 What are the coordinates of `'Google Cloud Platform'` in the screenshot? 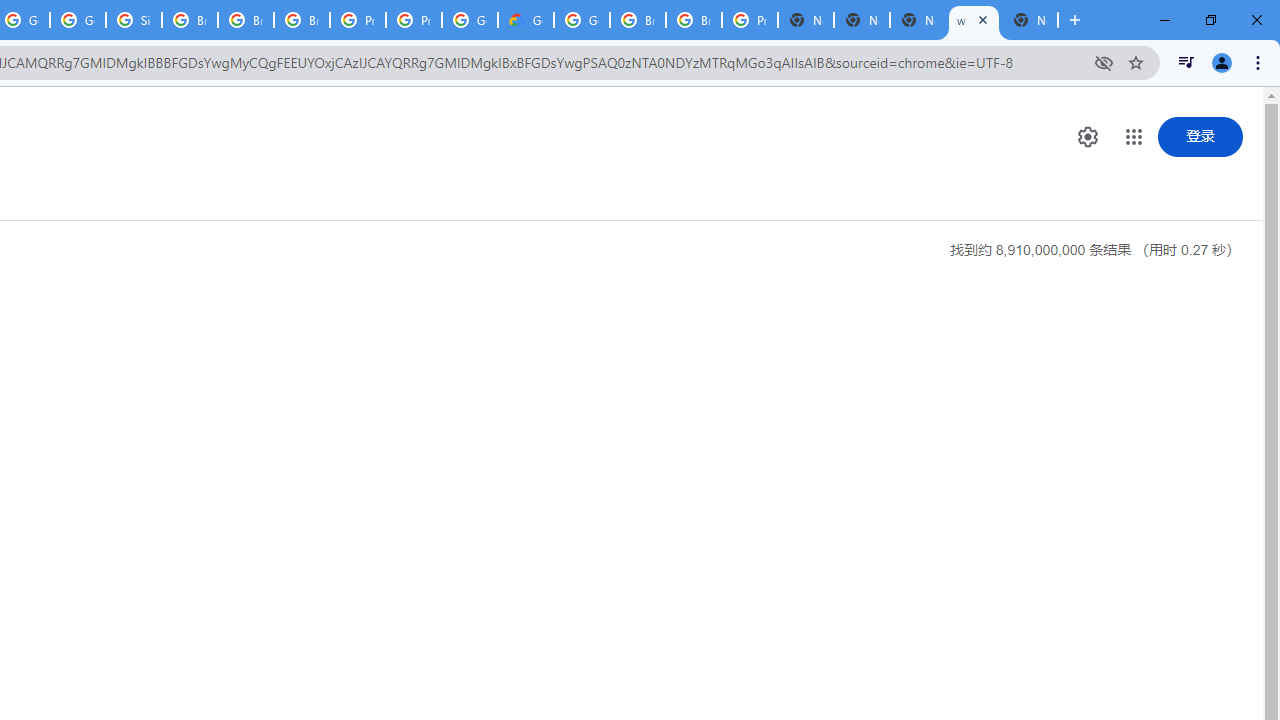 It's located at (581, 20).